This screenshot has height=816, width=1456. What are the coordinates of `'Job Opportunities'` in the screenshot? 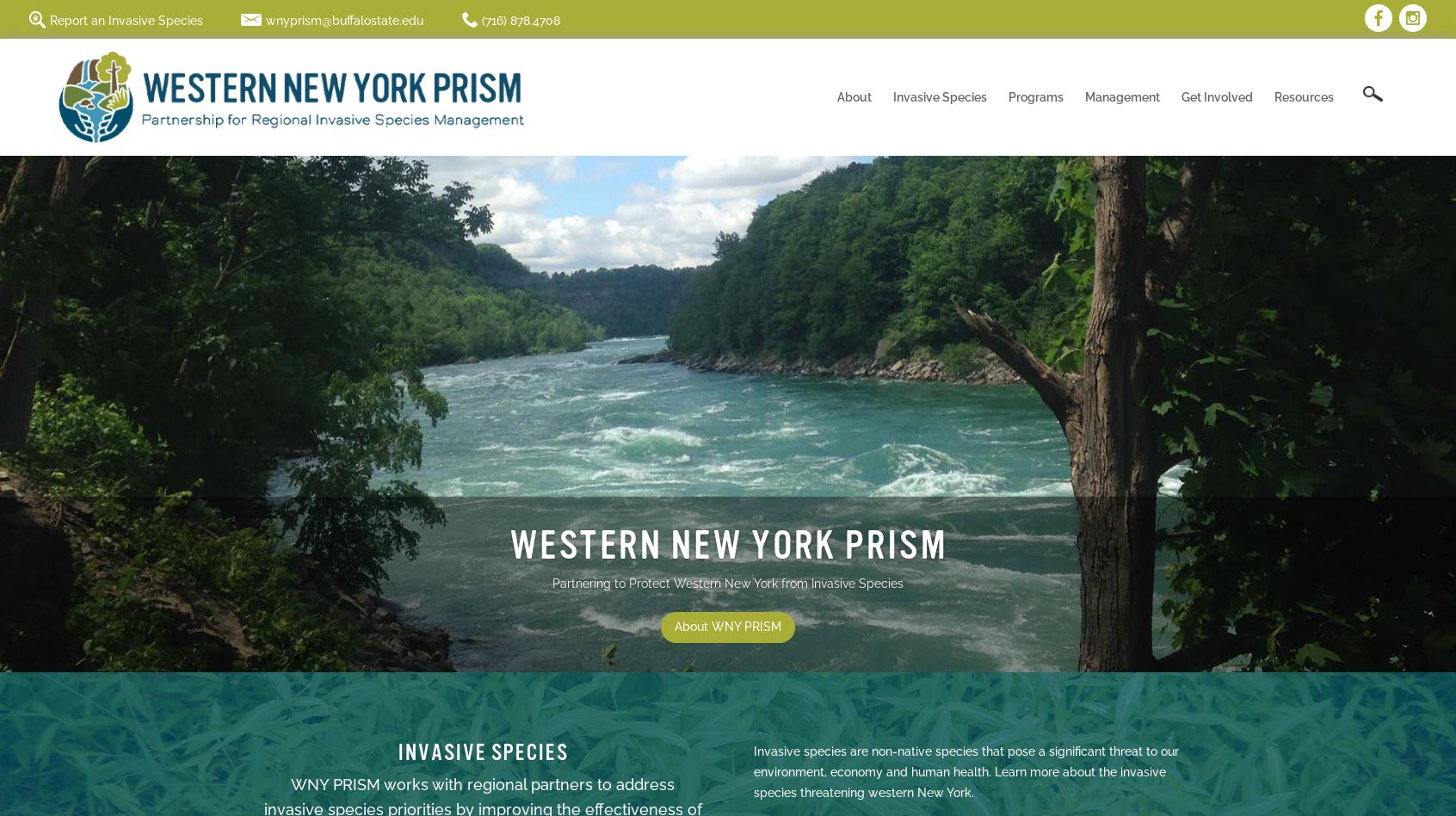 It's located at (921, 339).